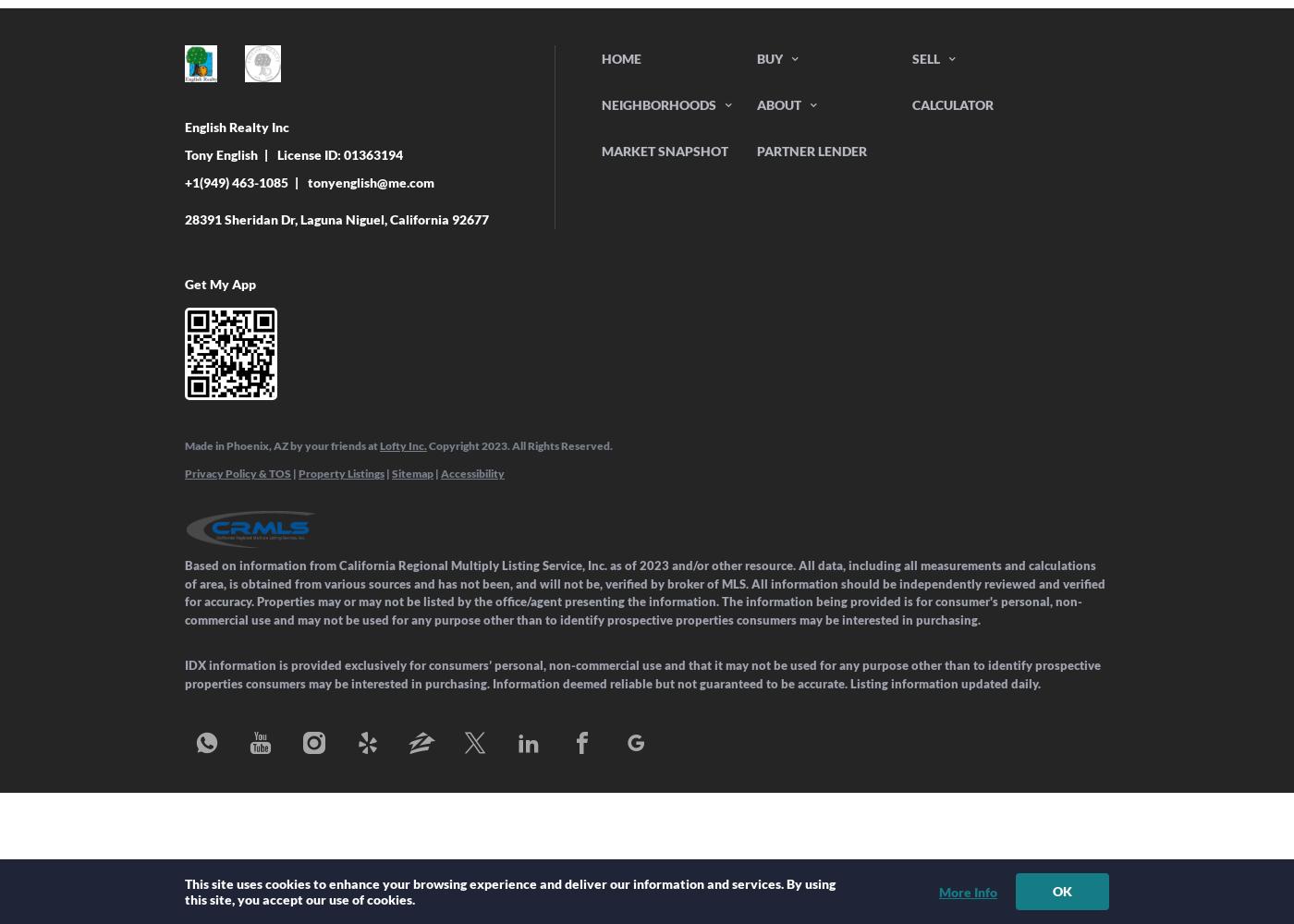  I want to click on 'Calculator', so click(952, 103).